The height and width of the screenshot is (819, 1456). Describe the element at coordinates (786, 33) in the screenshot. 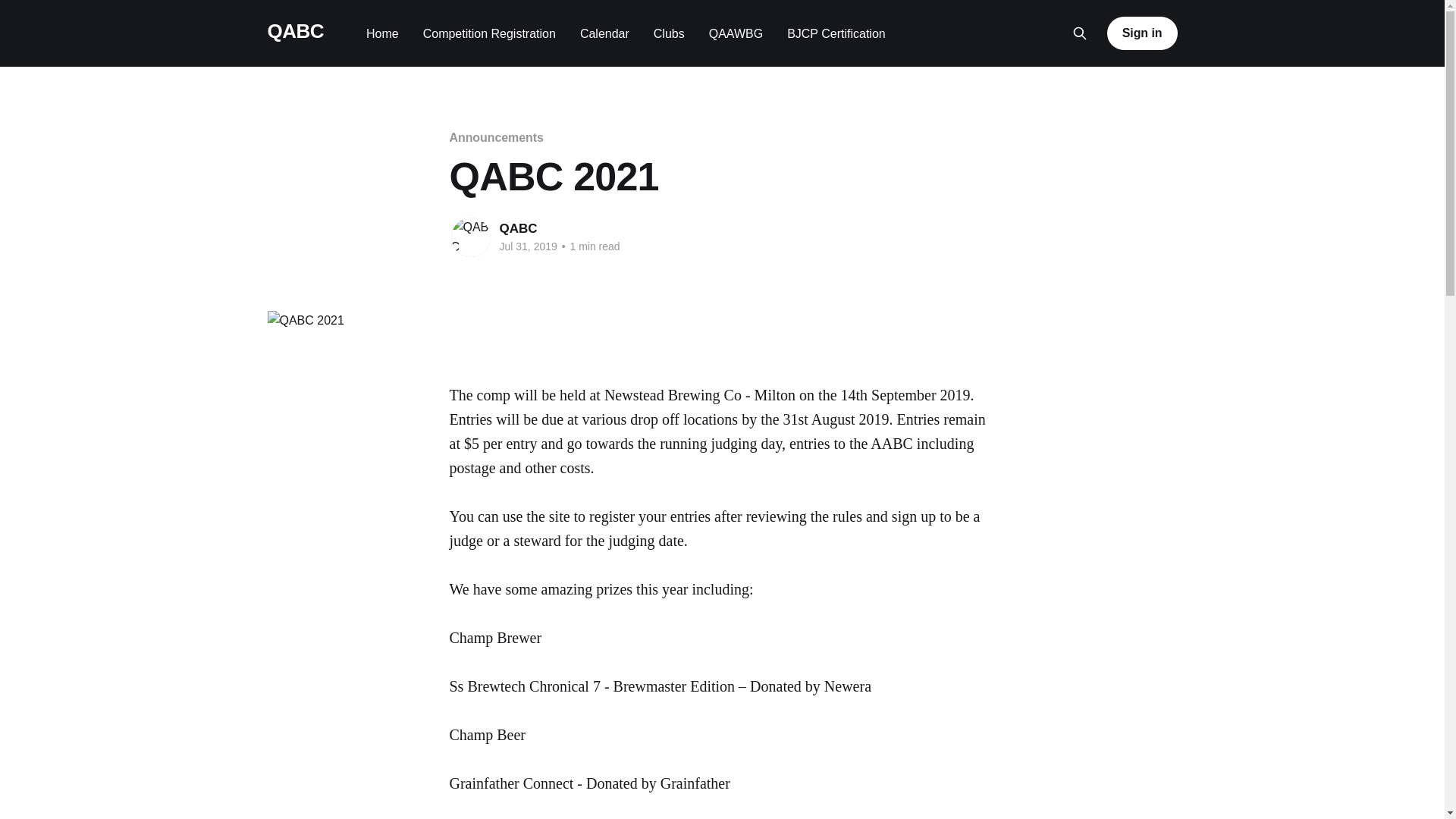

I see `'BJCP Certification'` at that location.